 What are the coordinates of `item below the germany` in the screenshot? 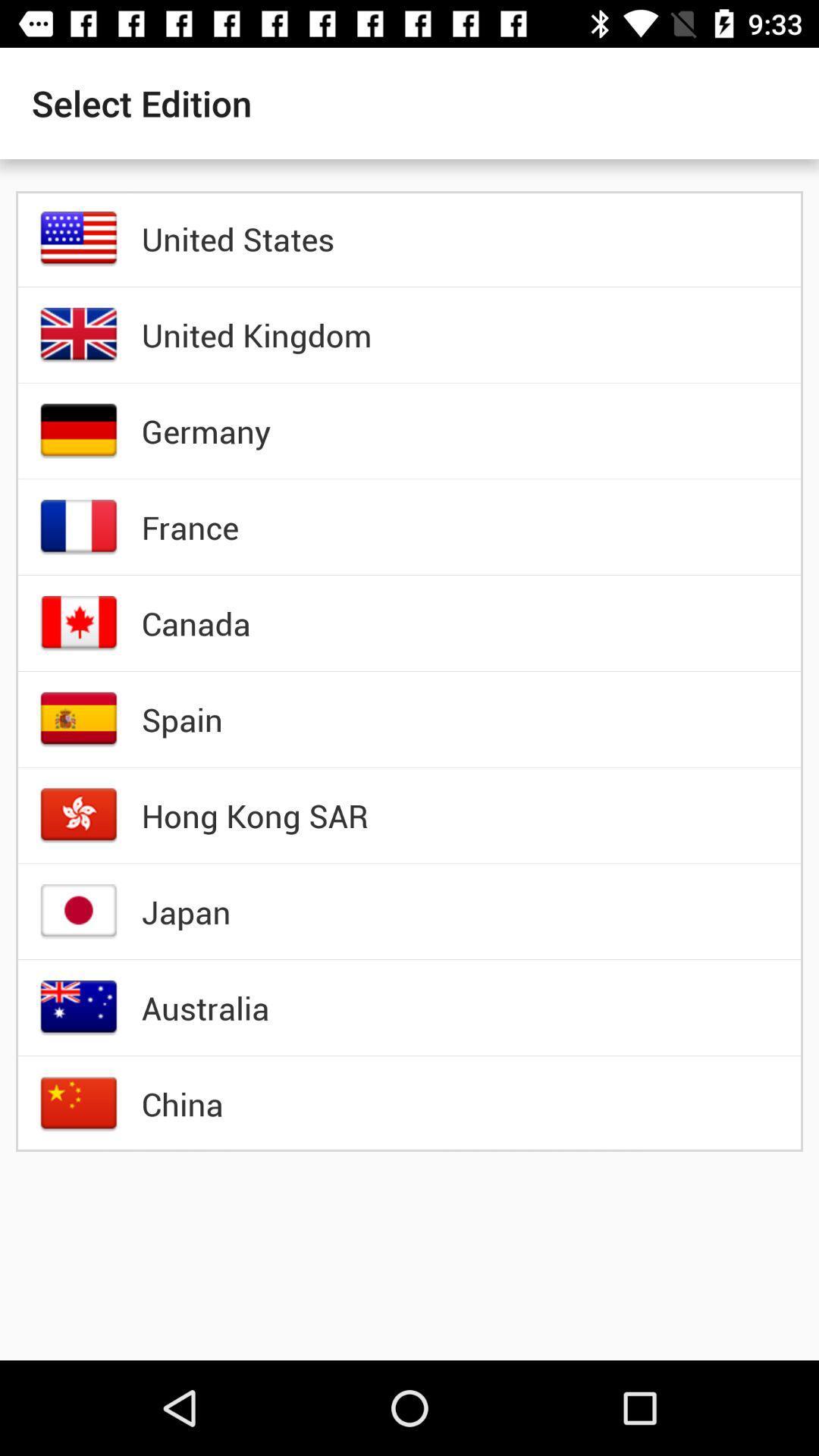 It's located at (189, 527).